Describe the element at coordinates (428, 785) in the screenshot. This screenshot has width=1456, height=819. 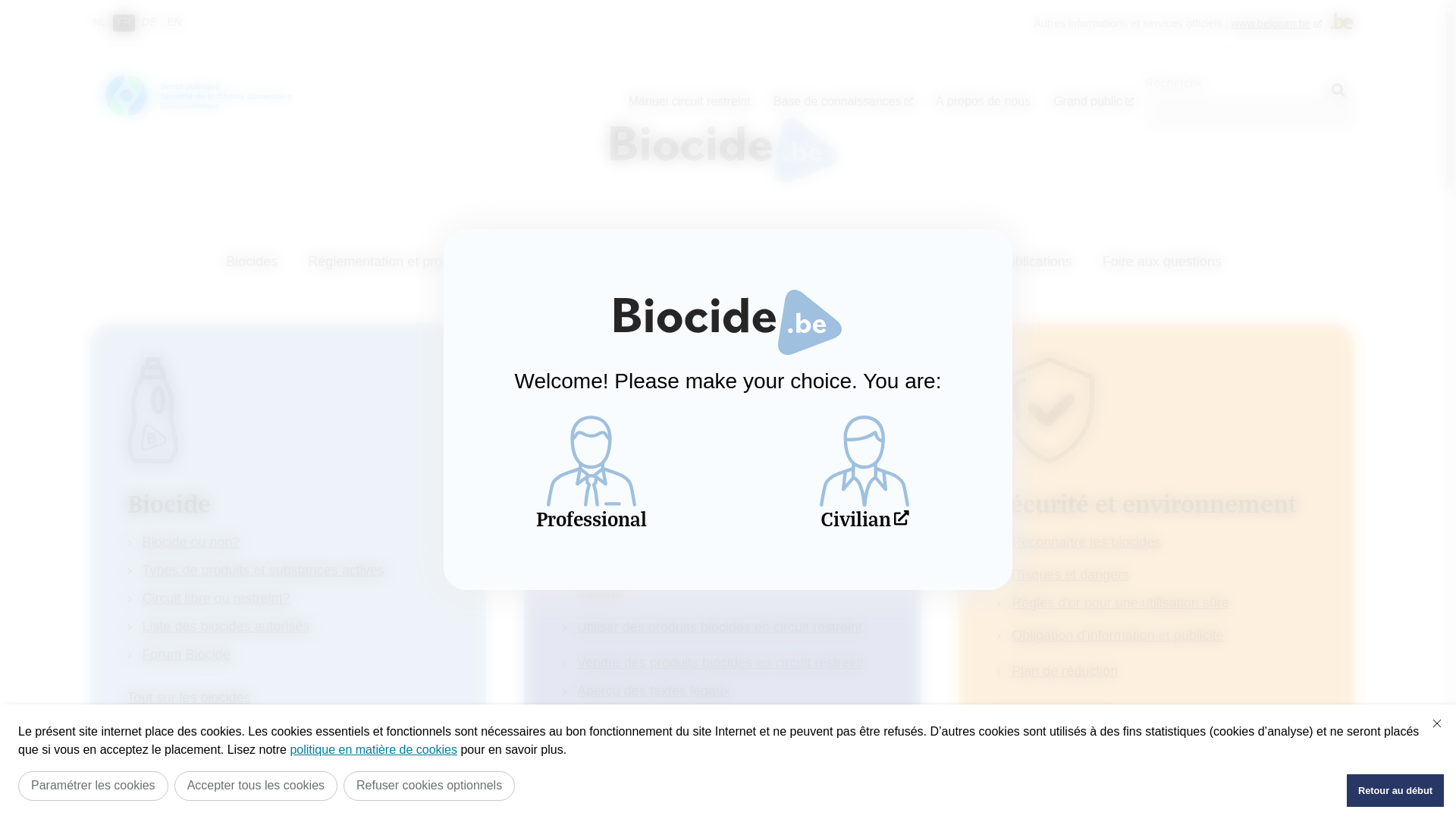
I see `'Refuser cookies optionnels'` at that location.